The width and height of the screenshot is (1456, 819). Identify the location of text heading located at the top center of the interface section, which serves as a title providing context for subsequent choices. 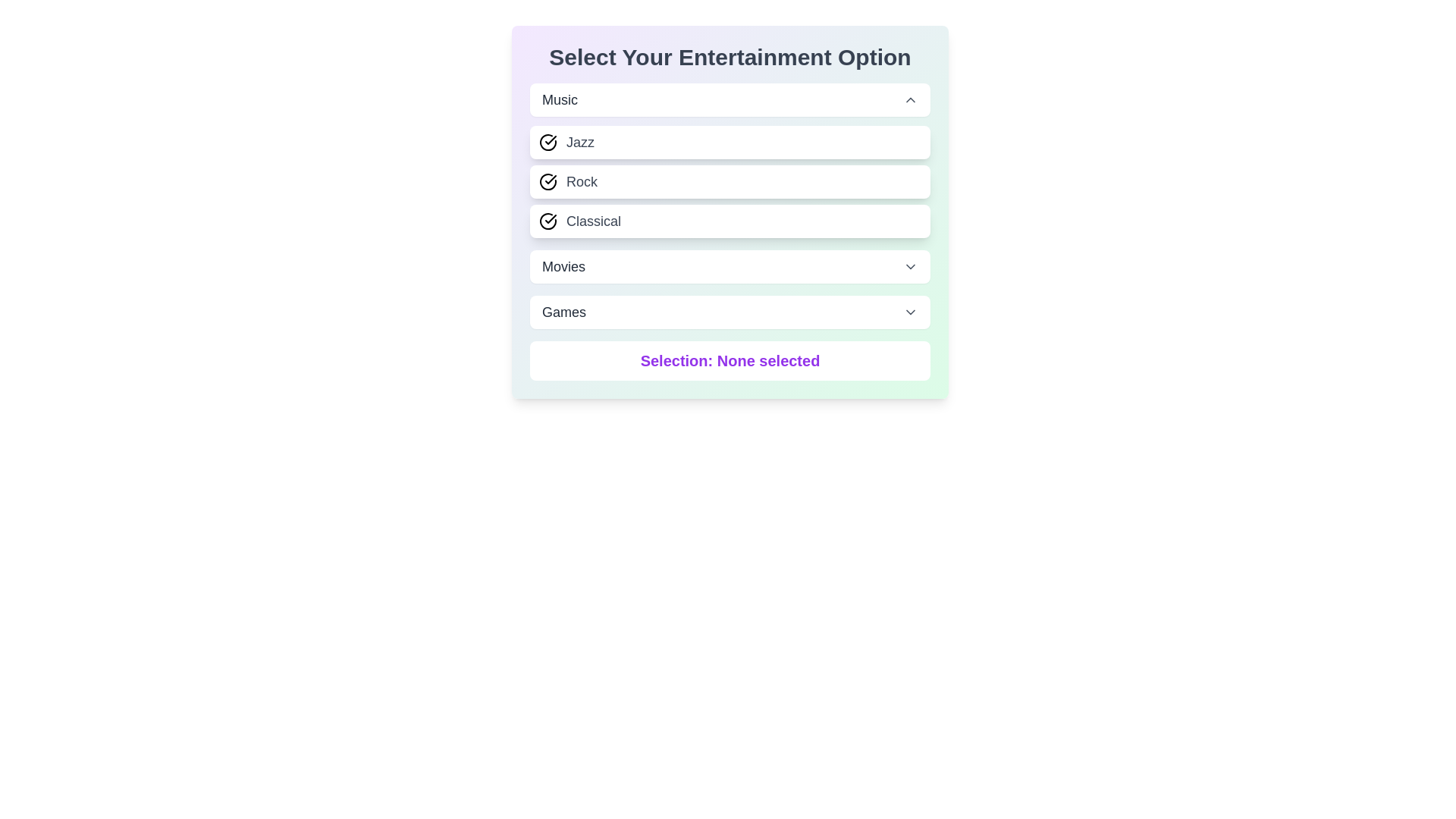
(730, 57).